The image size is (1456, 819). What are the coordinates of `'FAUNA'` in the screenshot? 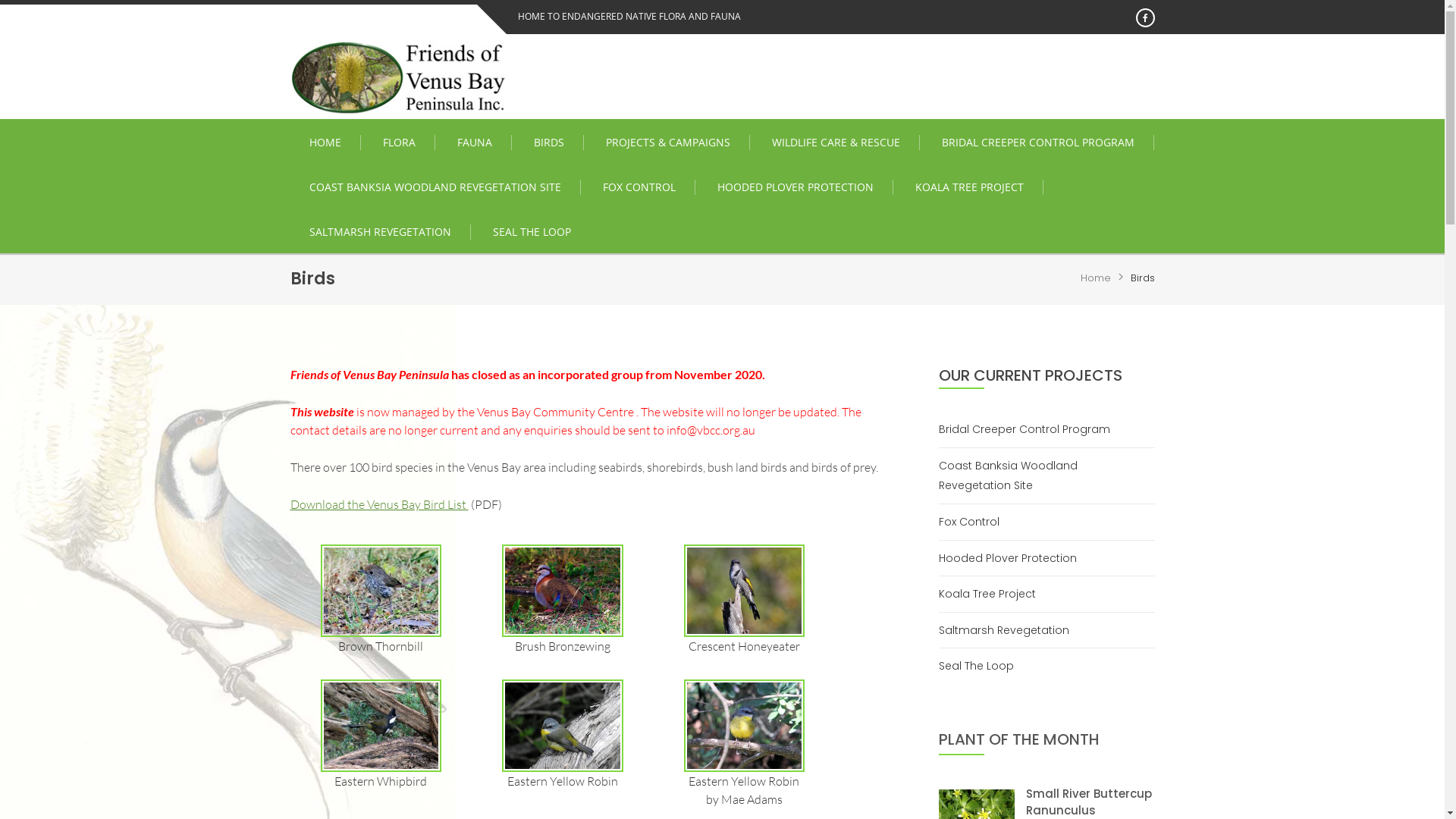 It's located at (474, 143).